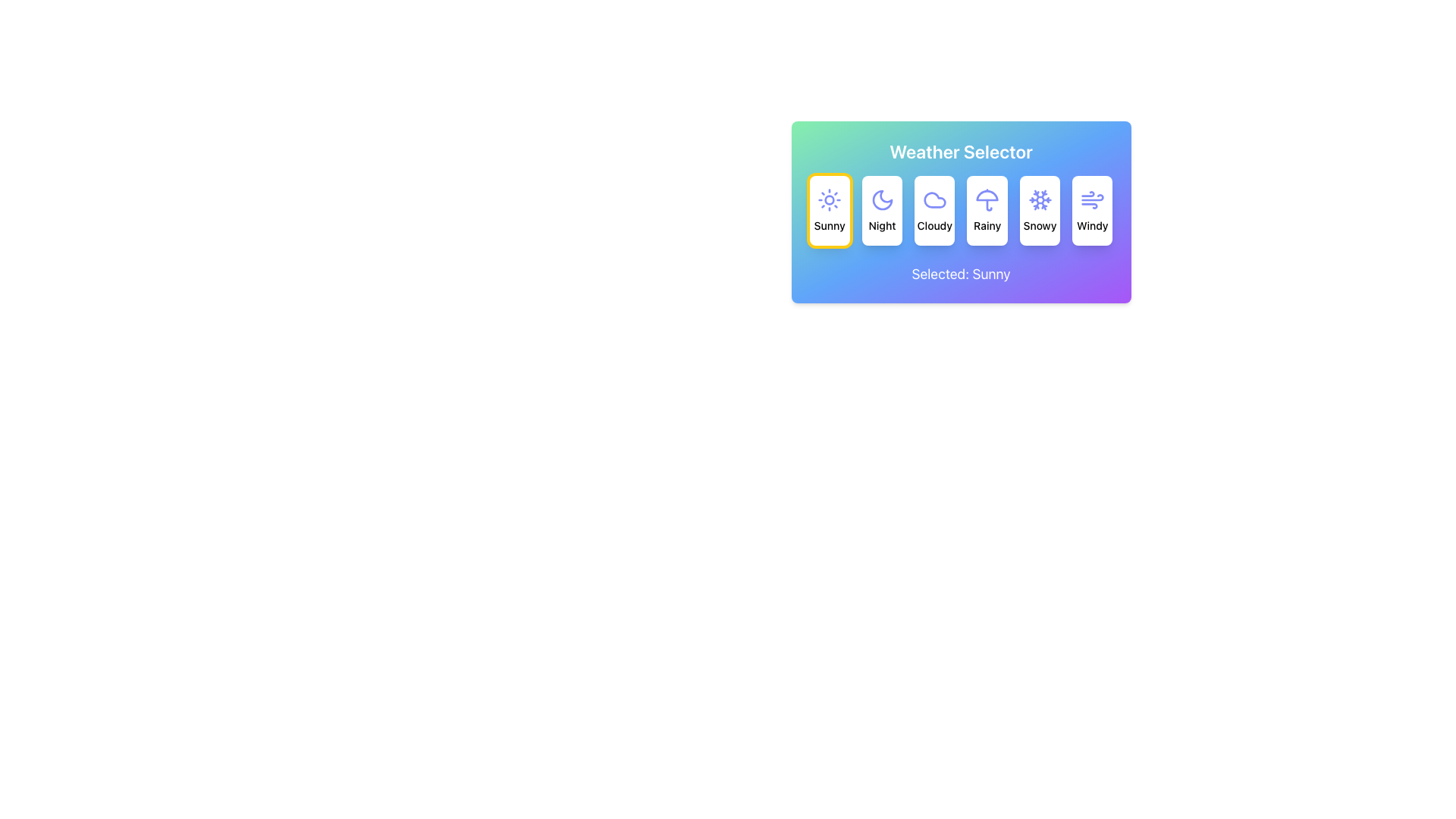  Describe the element at coordinates (934, 199) in the screenshot. I see `the 'Cloudy' weather condition icon` at that location.